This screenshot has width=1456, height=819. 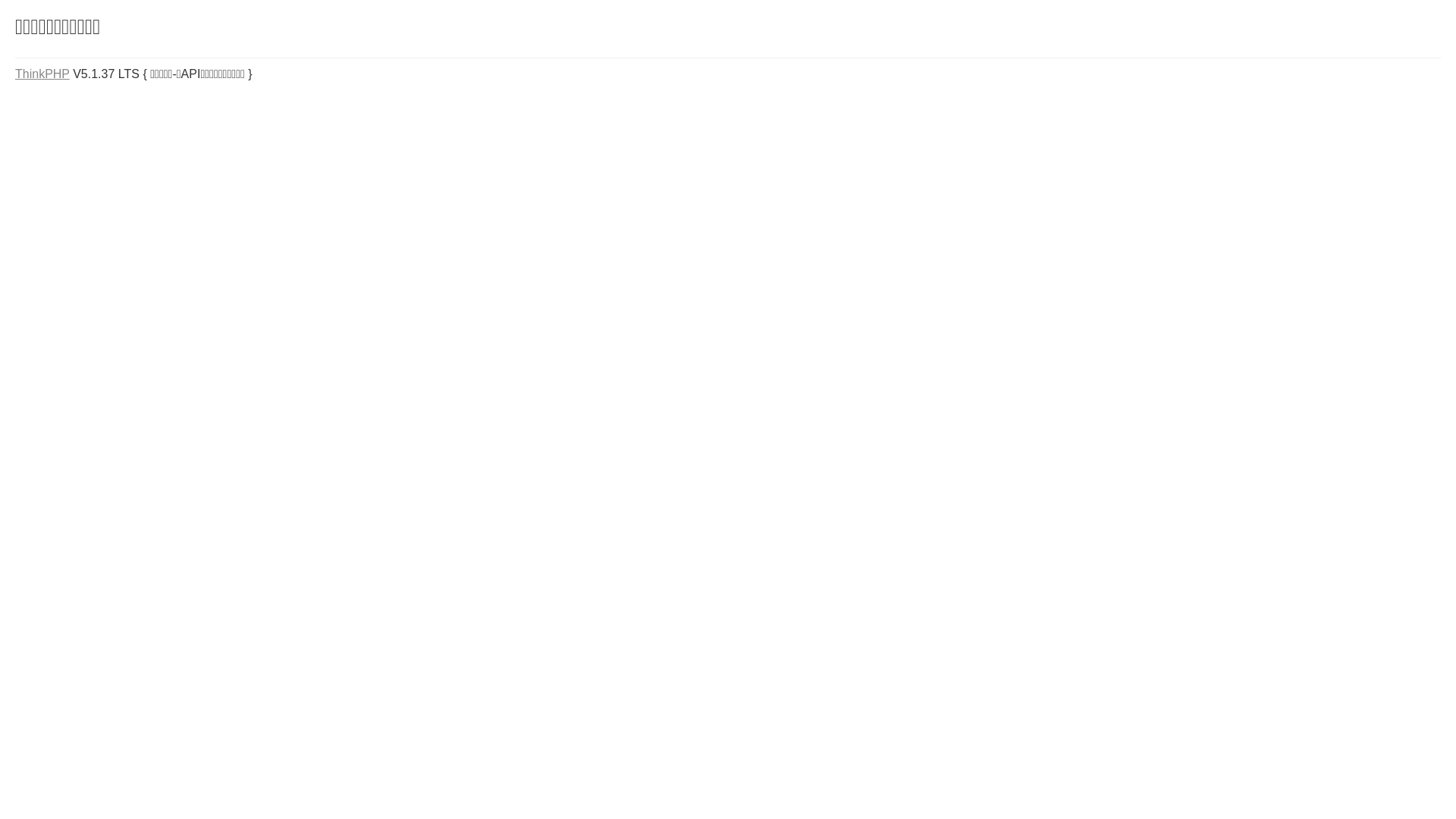 What do you see at coordinates (42, 74) in the screenshot?
I see `'ThinkPHP'` at bounding box center [42, 74].